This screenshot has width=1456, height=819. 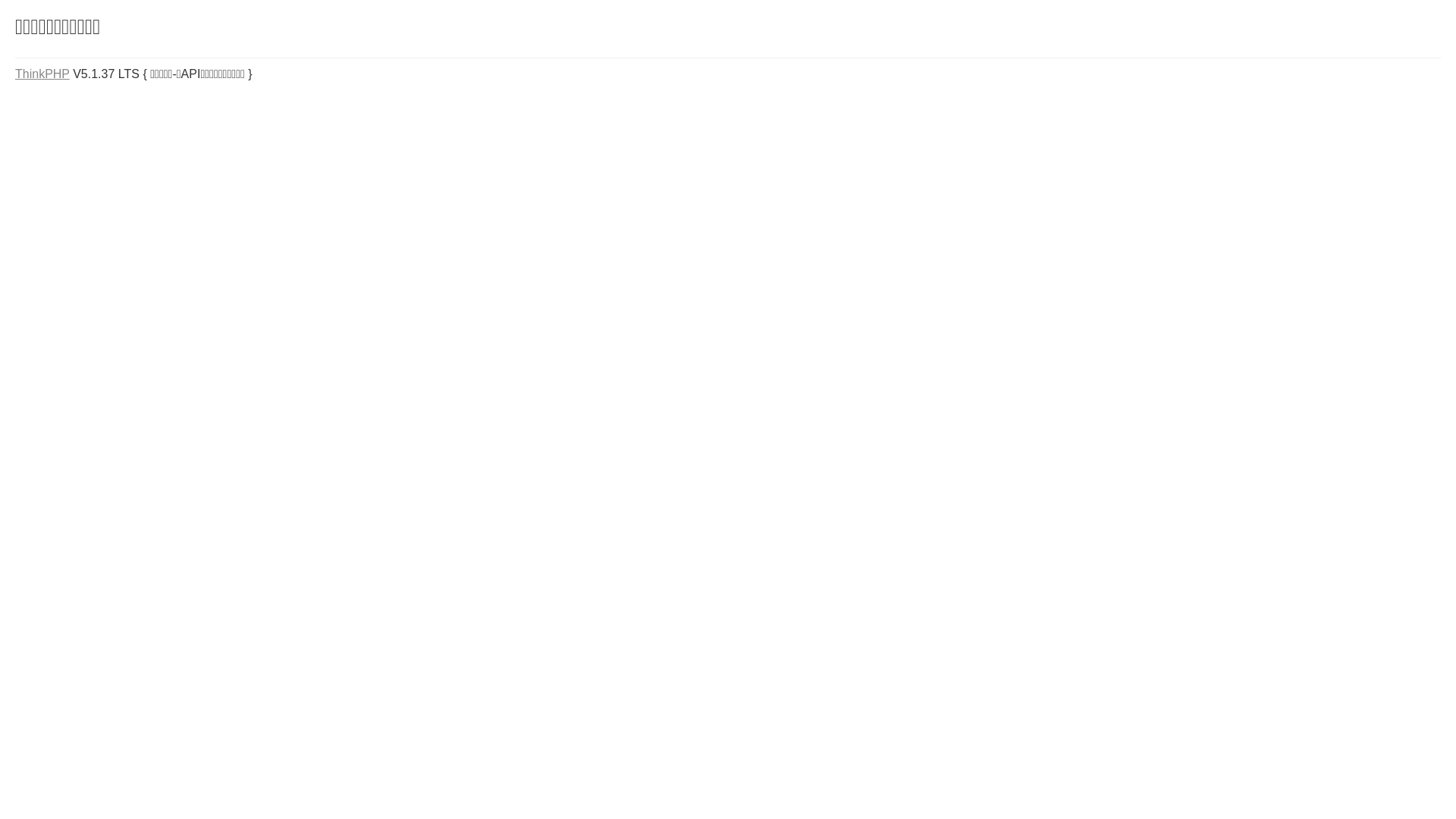 What do you see at coordinates (42, 74) in the screenshot?
I see `'ThinkPHP'` at bounding box center [42, 74].